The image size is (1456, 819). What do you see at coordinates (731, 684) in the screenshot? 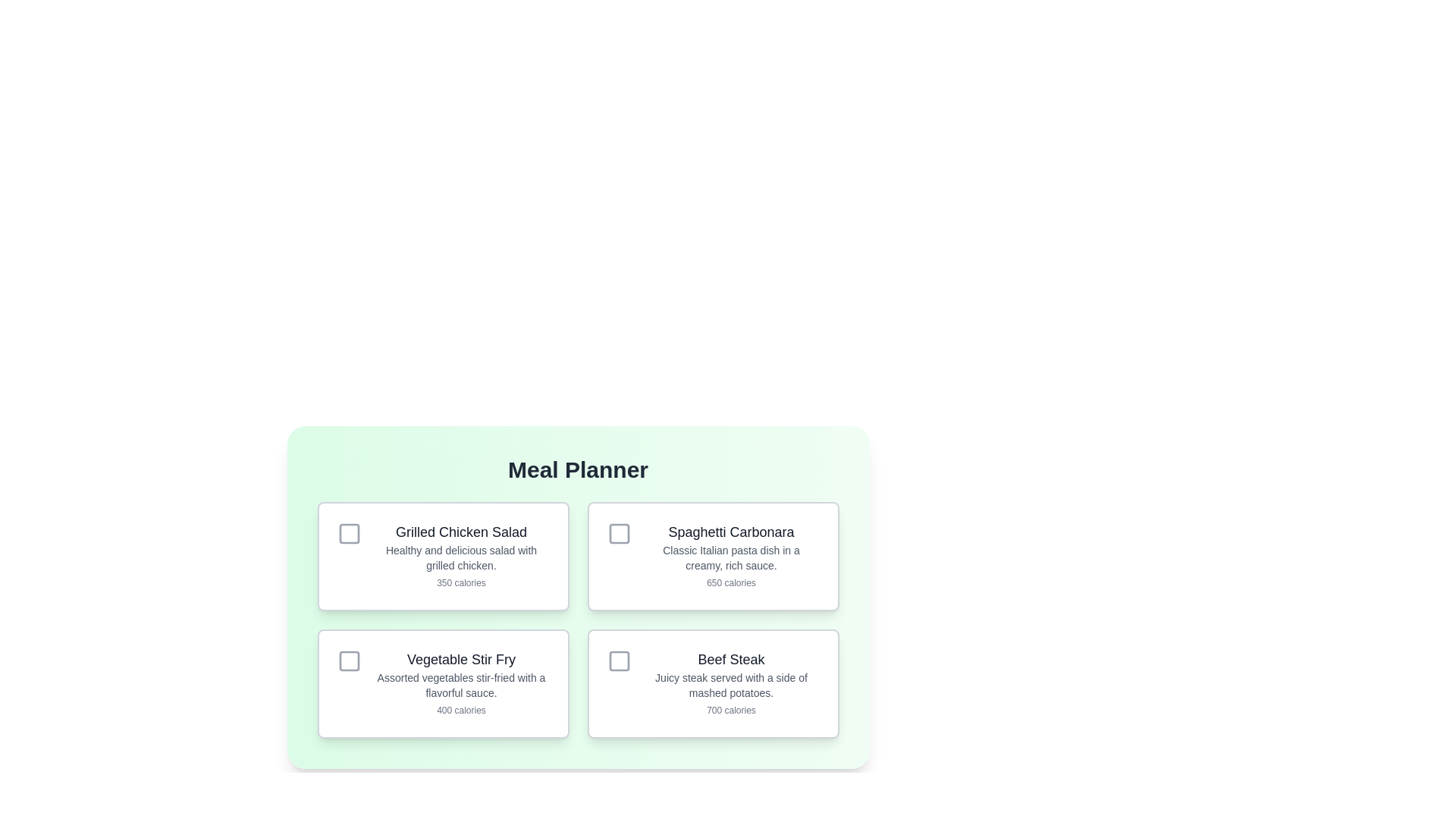
I see `the Text display card that contains information about 'Beef Steak', which is the fourth card in a 2x2 grid layout located in the bottom-right corner` at bounding box center [731, 684].